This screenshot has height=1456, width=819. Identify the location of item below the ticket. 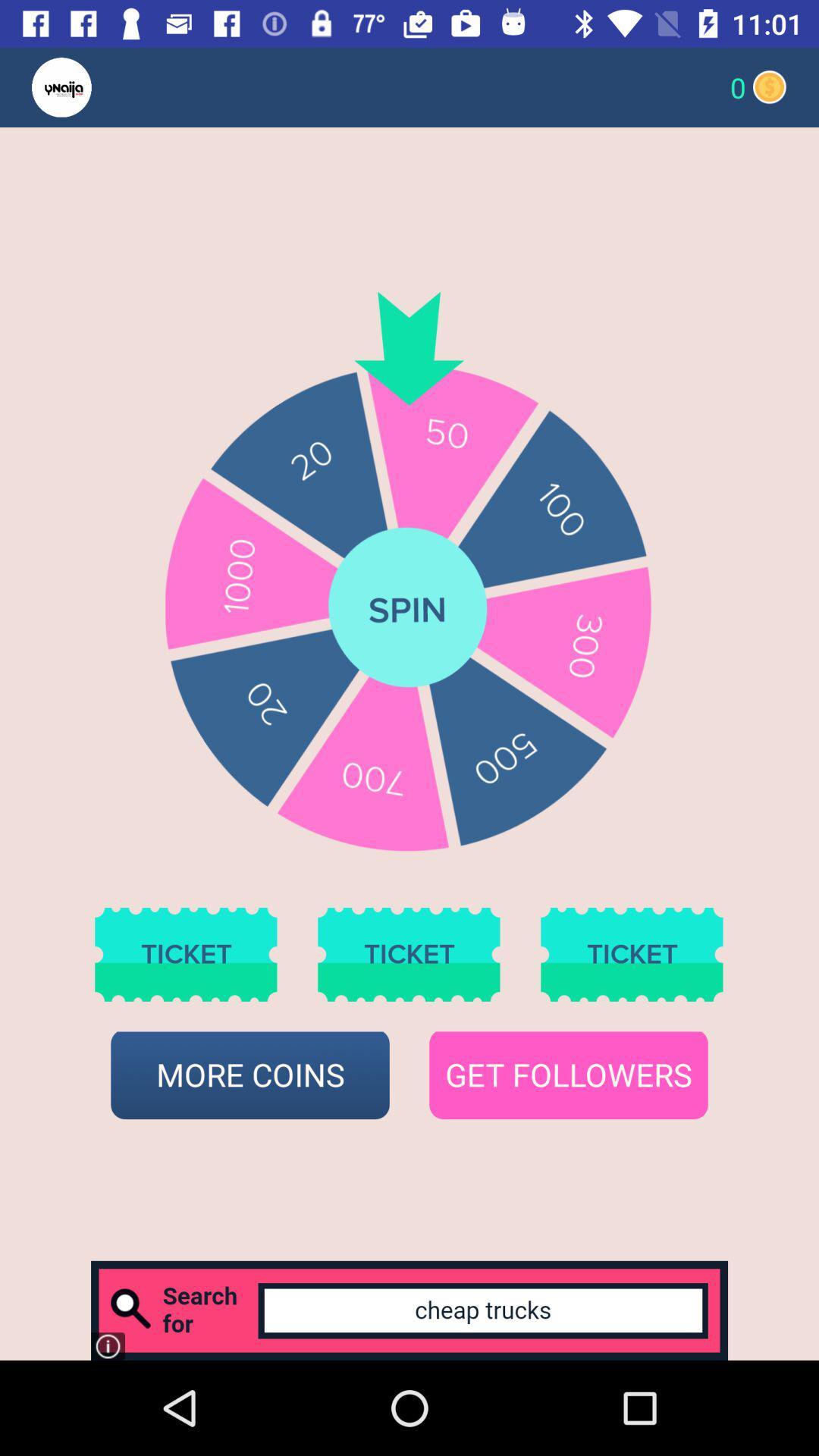
(249, 1075).